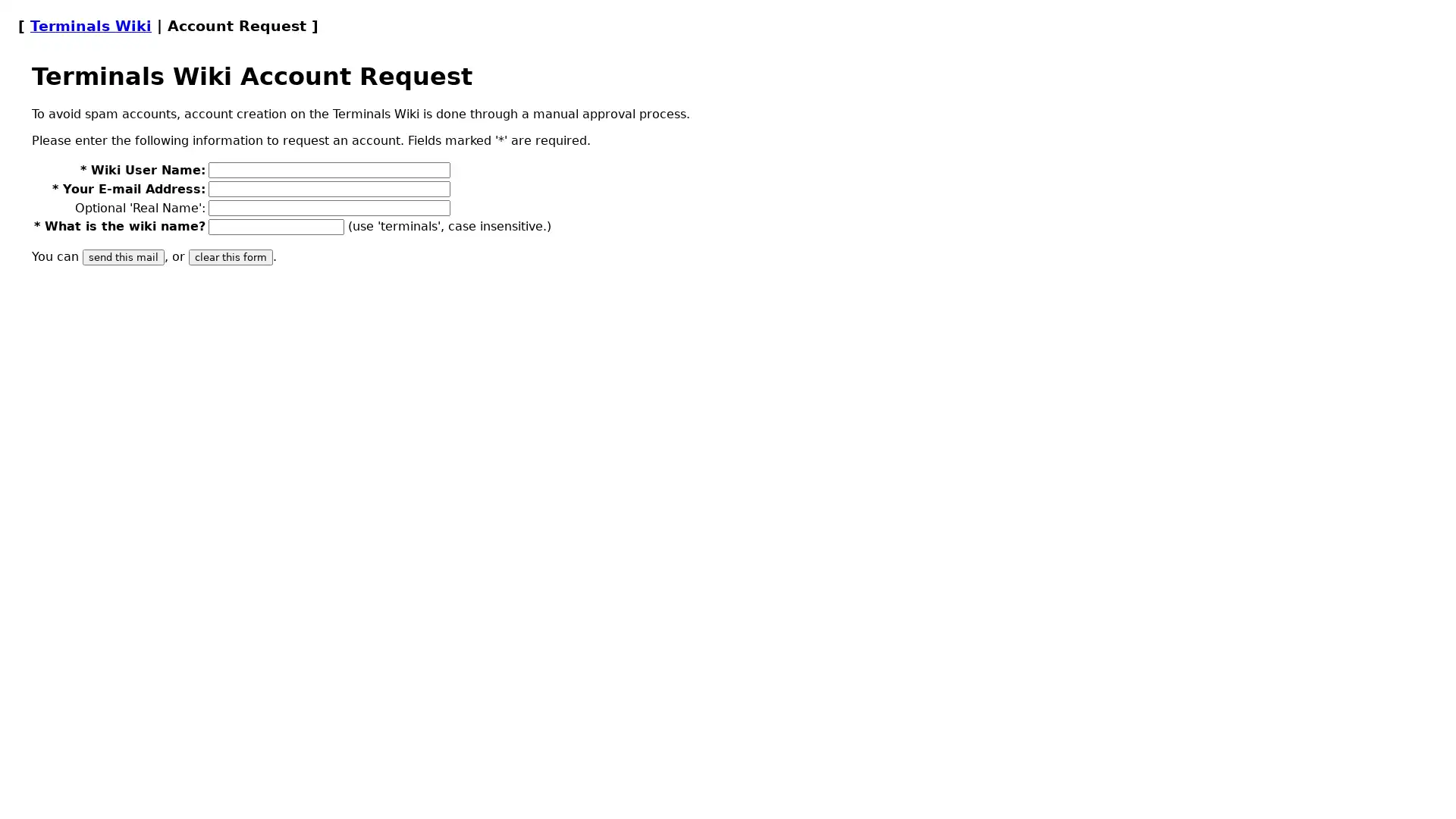 The height and width of the screenshot is (819, 1456). What do you see at coordinates (124, 256) in the screenshot?
I see `send this mail` at bounding box center [124, 256].